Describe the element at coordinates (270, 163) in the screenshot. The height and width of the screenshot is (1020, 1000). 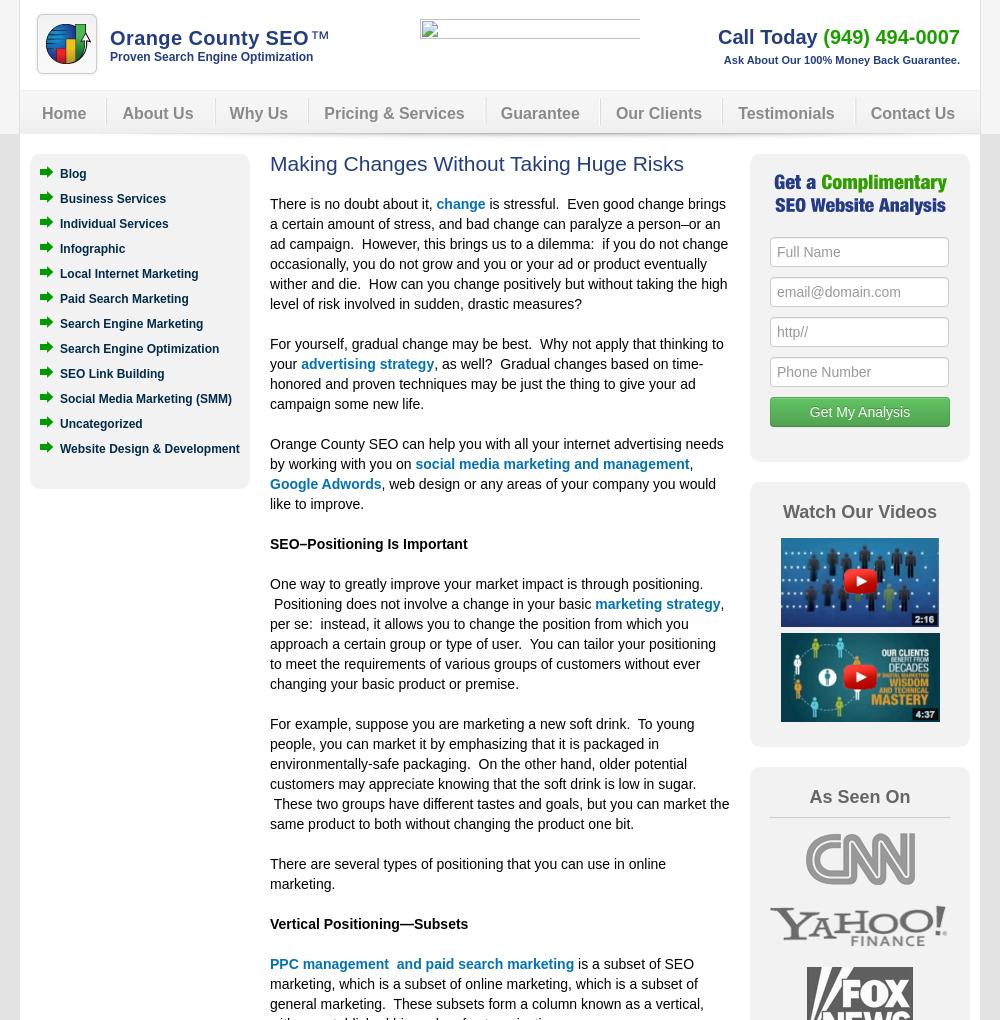
I see `'Making Changes Without Taking Huge Risks'` at that location.